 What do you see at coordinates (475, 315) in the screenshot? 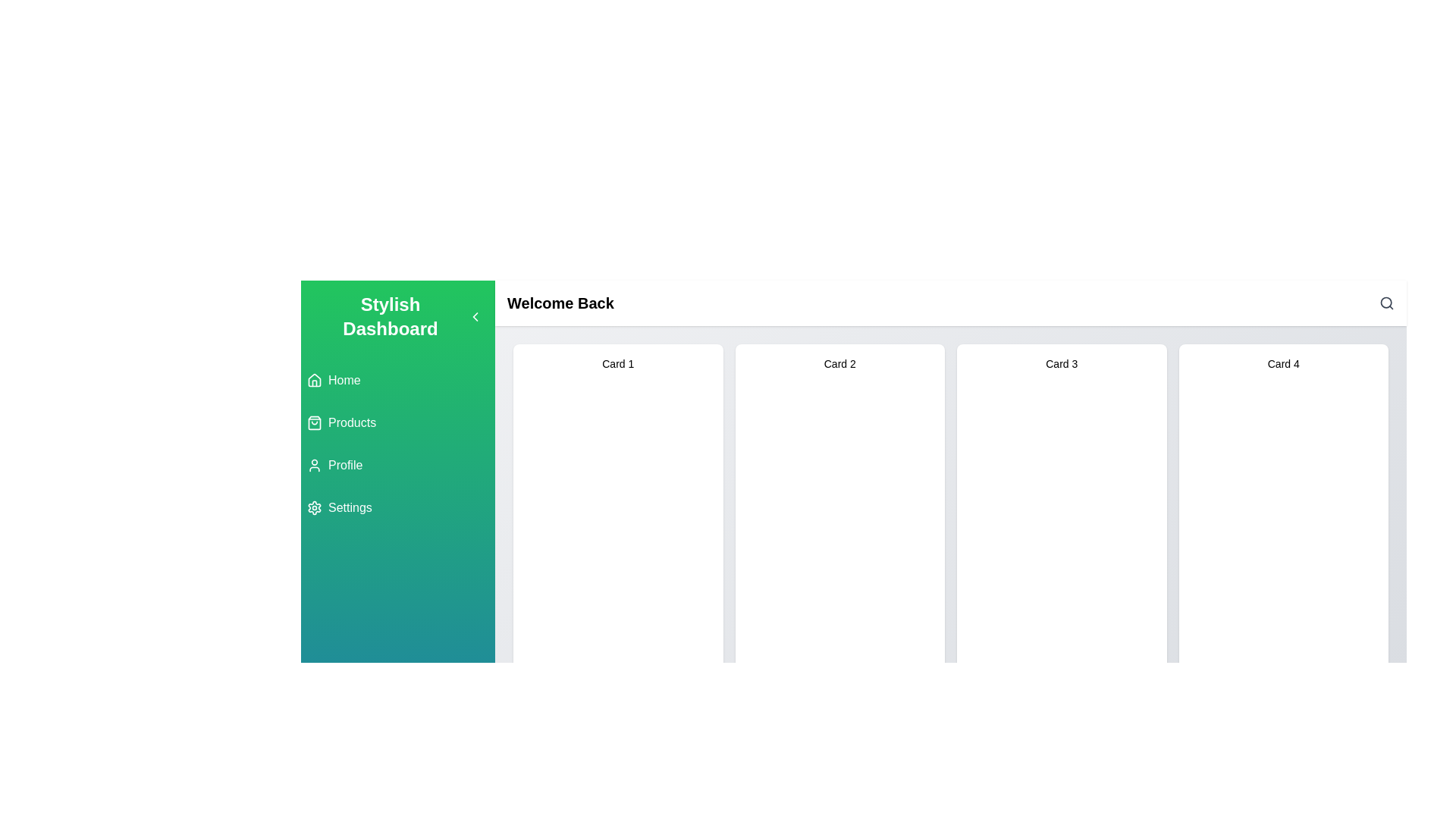
I see `the small left-pointing chevron icon in the header bar, located near the text 'Stylish Dashboard'` at bounding box center [475, 315].